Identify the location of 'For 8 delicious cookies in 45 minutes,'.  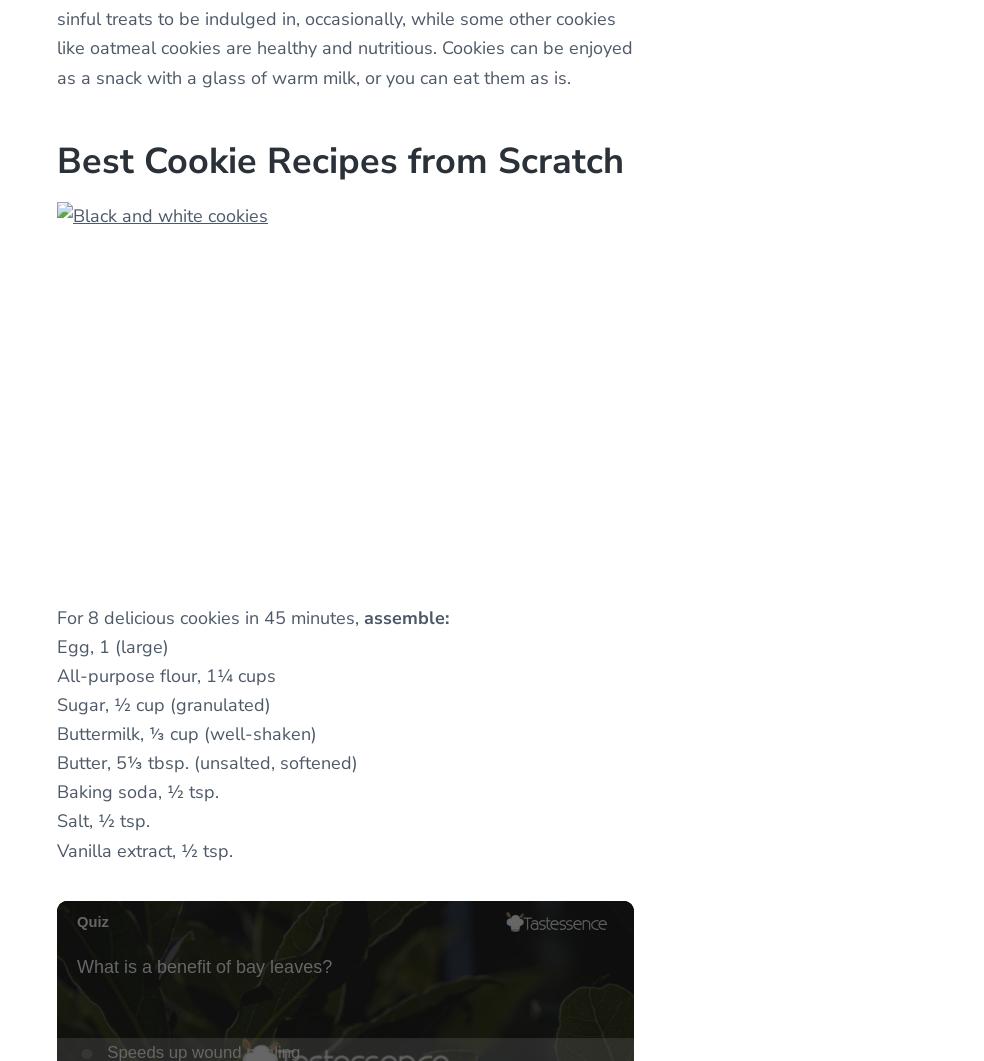
(210, 615).